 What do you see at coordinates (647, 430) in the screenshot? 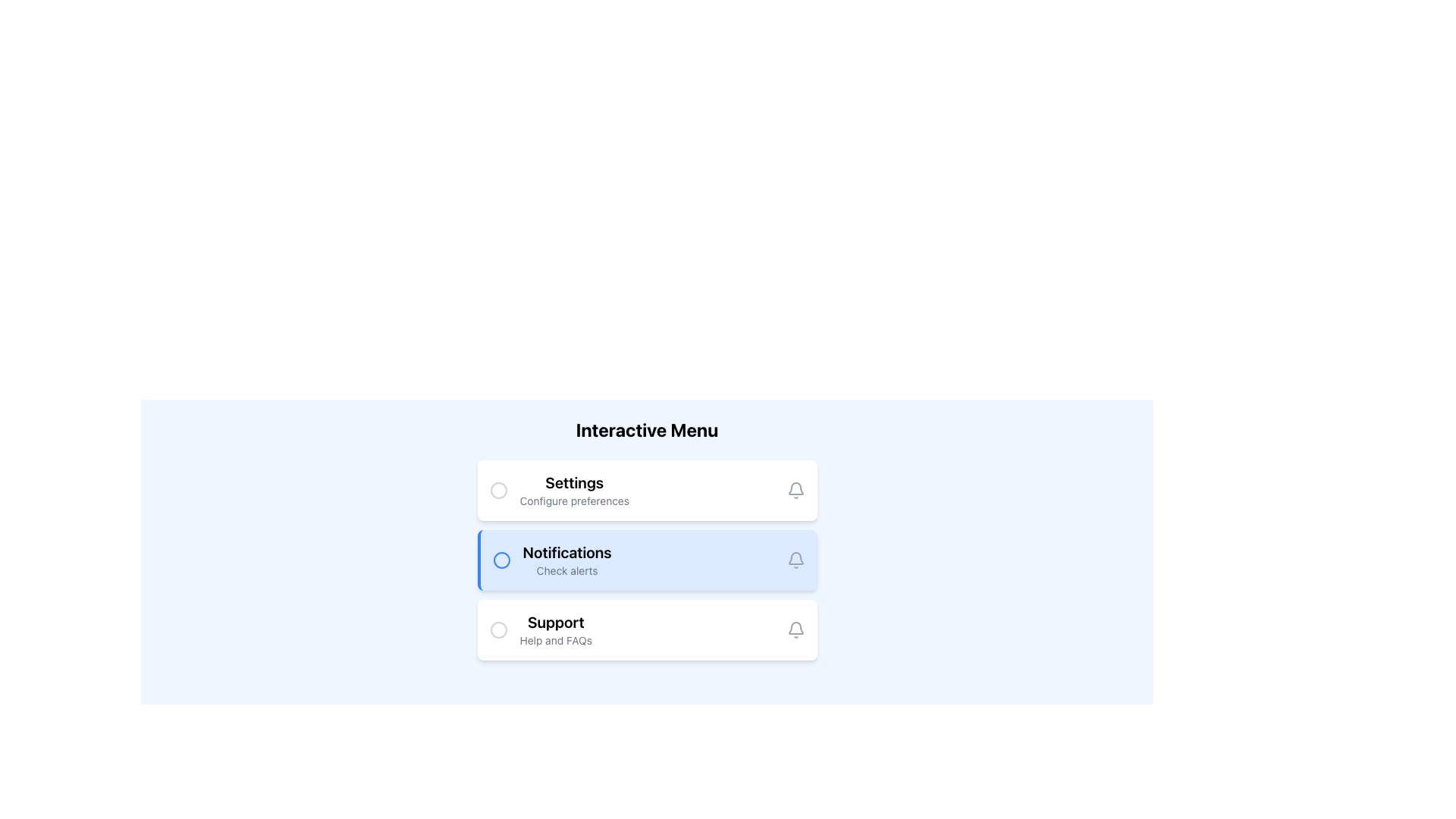
I see `bold text 'Interactive Menu' which is prominently displayed at the top of the menu section` at bounding box center [647, 430].